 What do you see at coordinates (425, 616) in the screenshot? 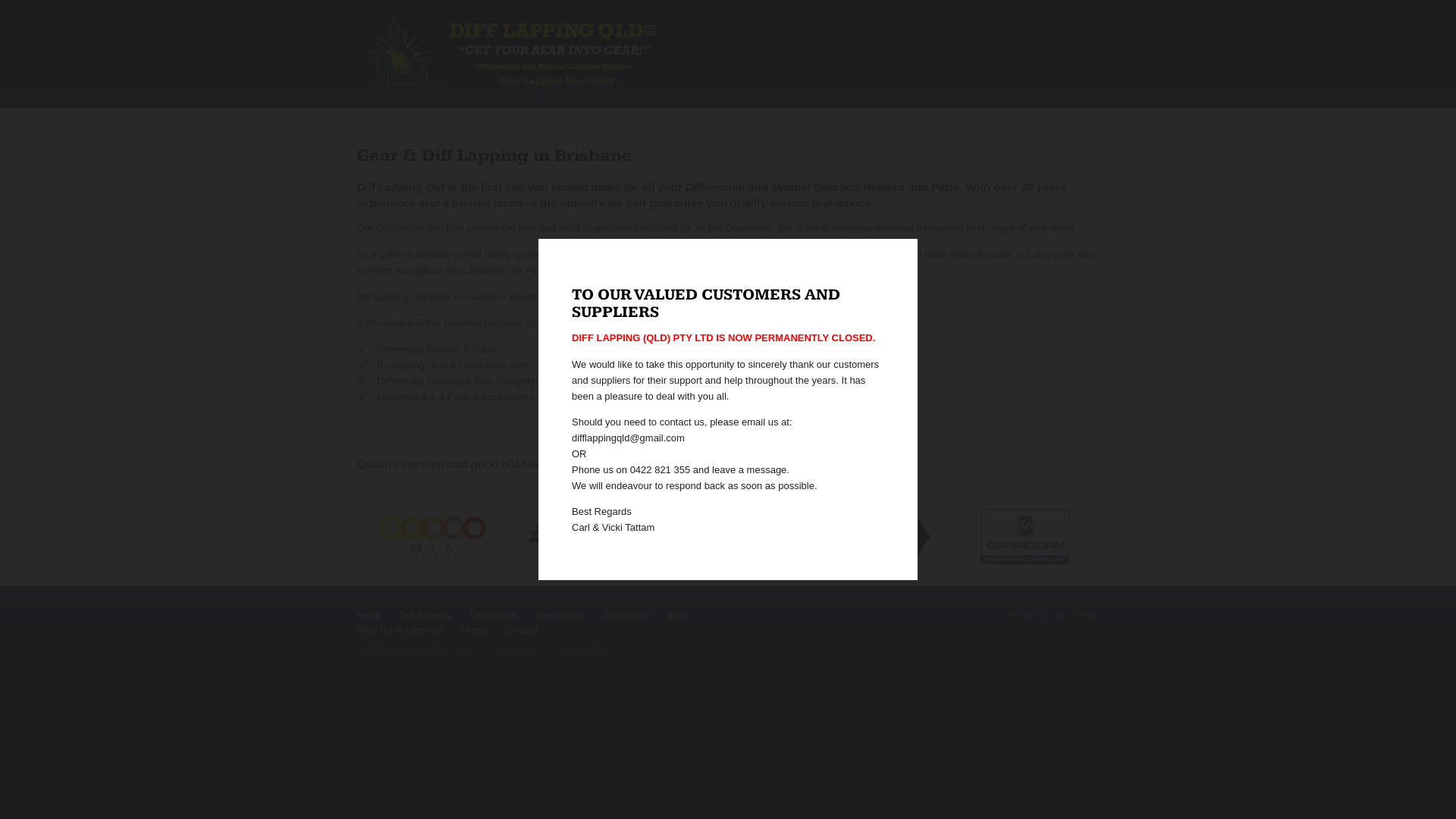
I see `'Our Services'` at bounding box center [425, 616].